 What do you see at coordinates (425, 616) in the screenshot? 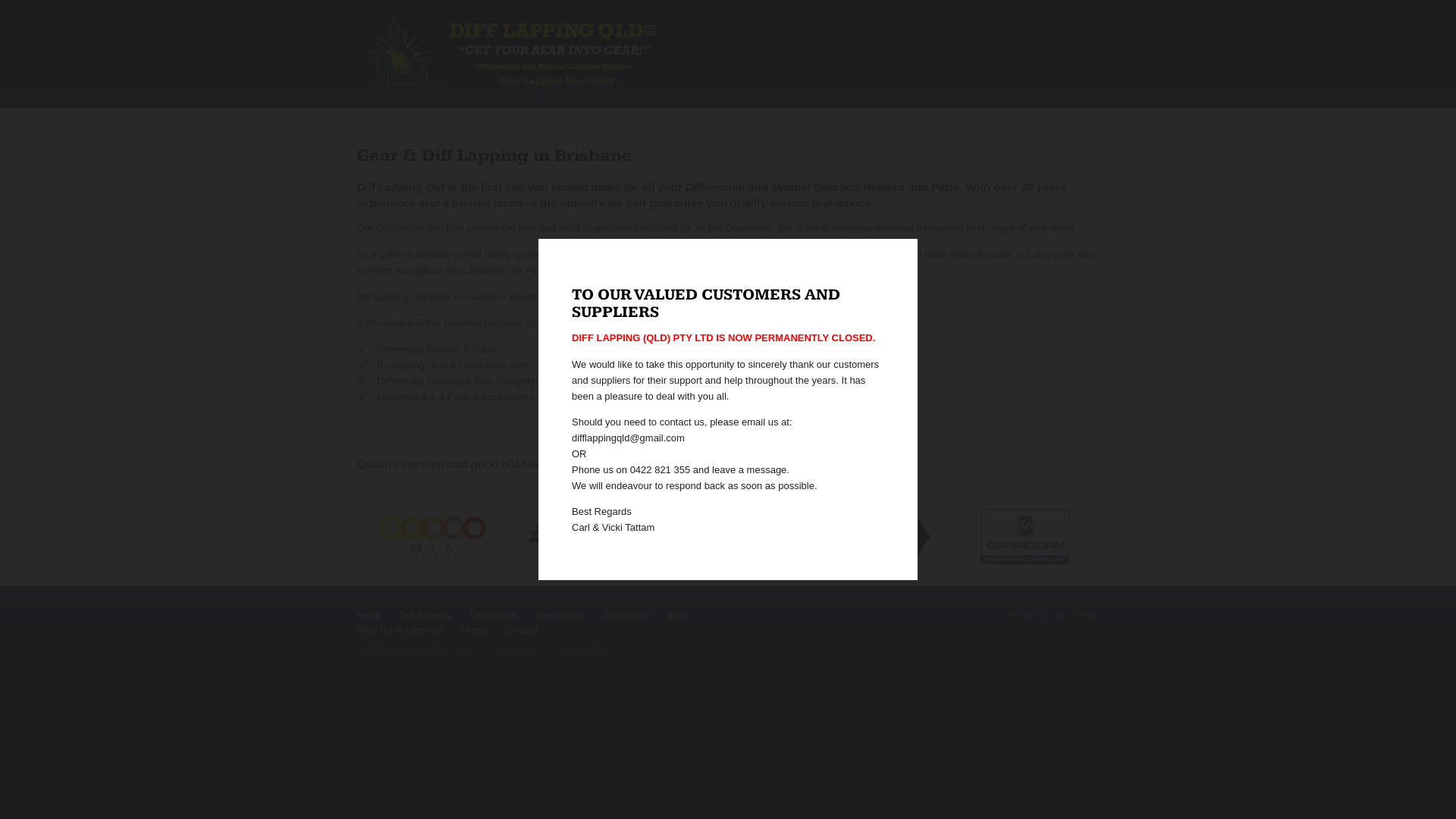
I see `'Our Services'` at bounding box center [425, 616].